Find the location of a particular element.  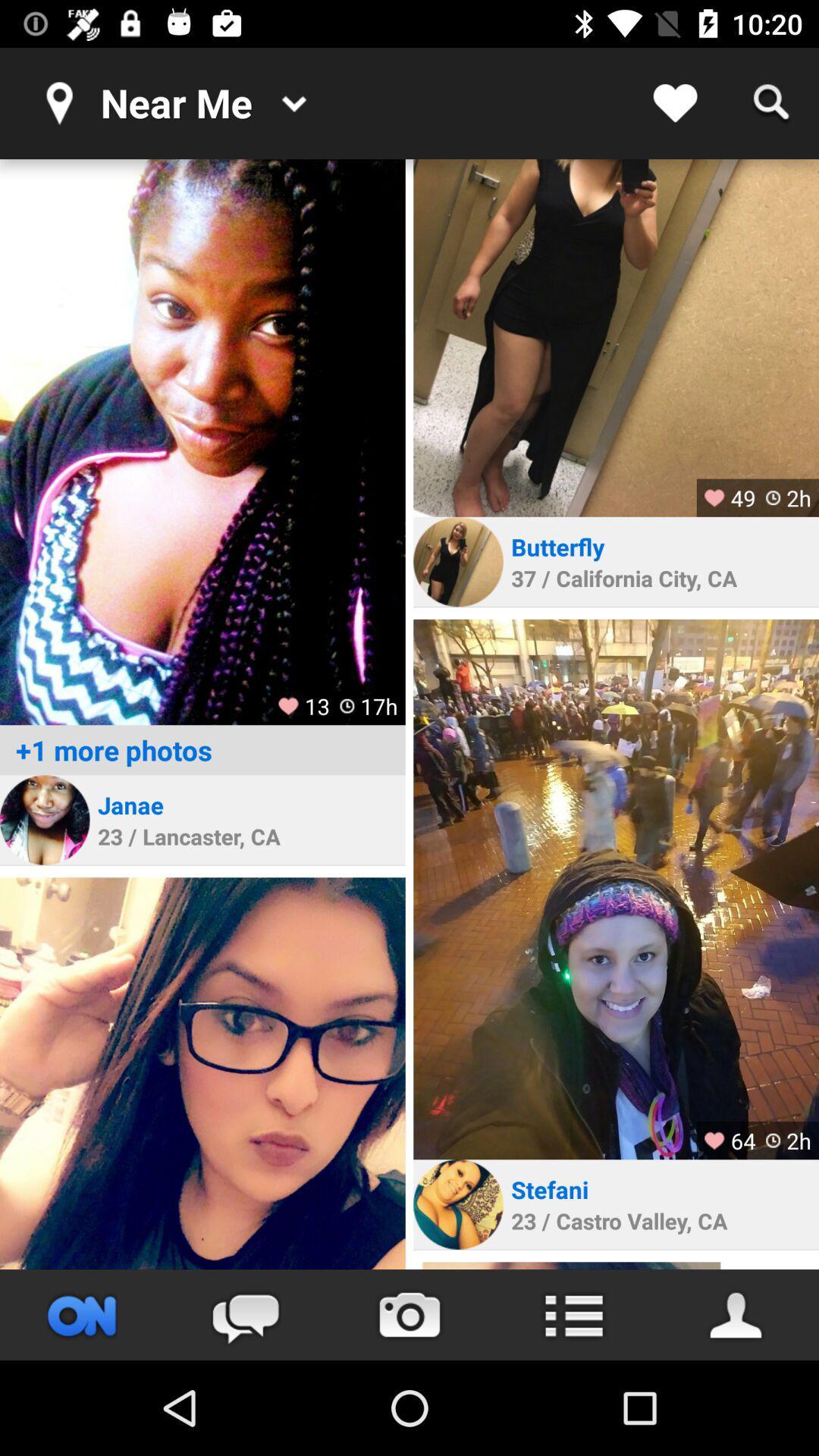

will switch to the main profile page of the user is located at coordinates (736, 1314).